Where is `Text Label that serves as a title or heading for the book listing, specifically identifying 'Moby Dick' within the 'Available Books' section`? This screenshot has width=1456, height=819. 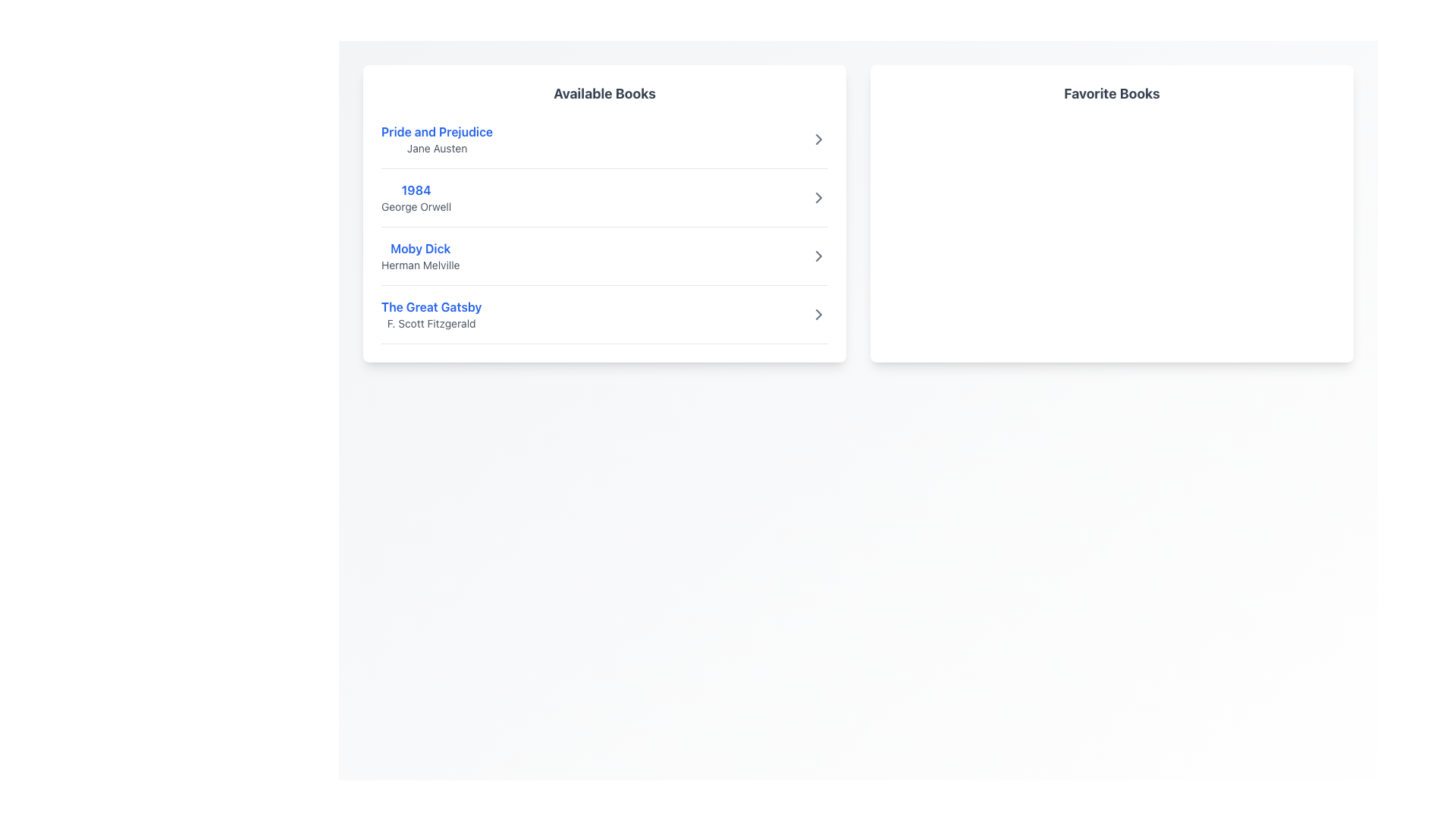
Text Label that serves as a title or heading for the book listing, specifically identifying 'Moby Dick' within the 'Available Books' section is located at coordinates (420, 247).